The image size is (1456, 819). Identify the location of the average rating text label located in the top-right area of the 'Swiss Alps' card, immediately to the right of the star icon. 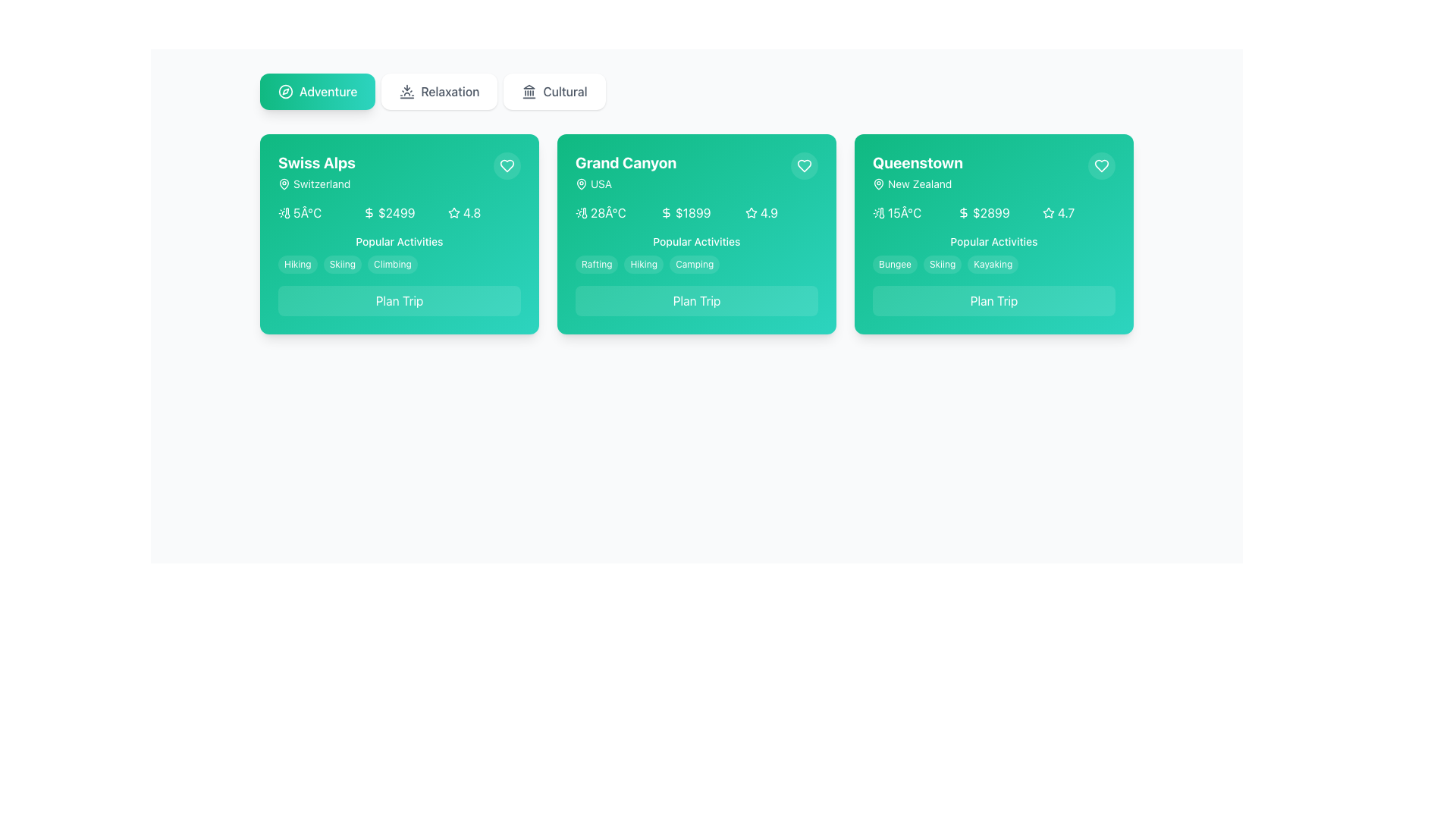
(471, 213).